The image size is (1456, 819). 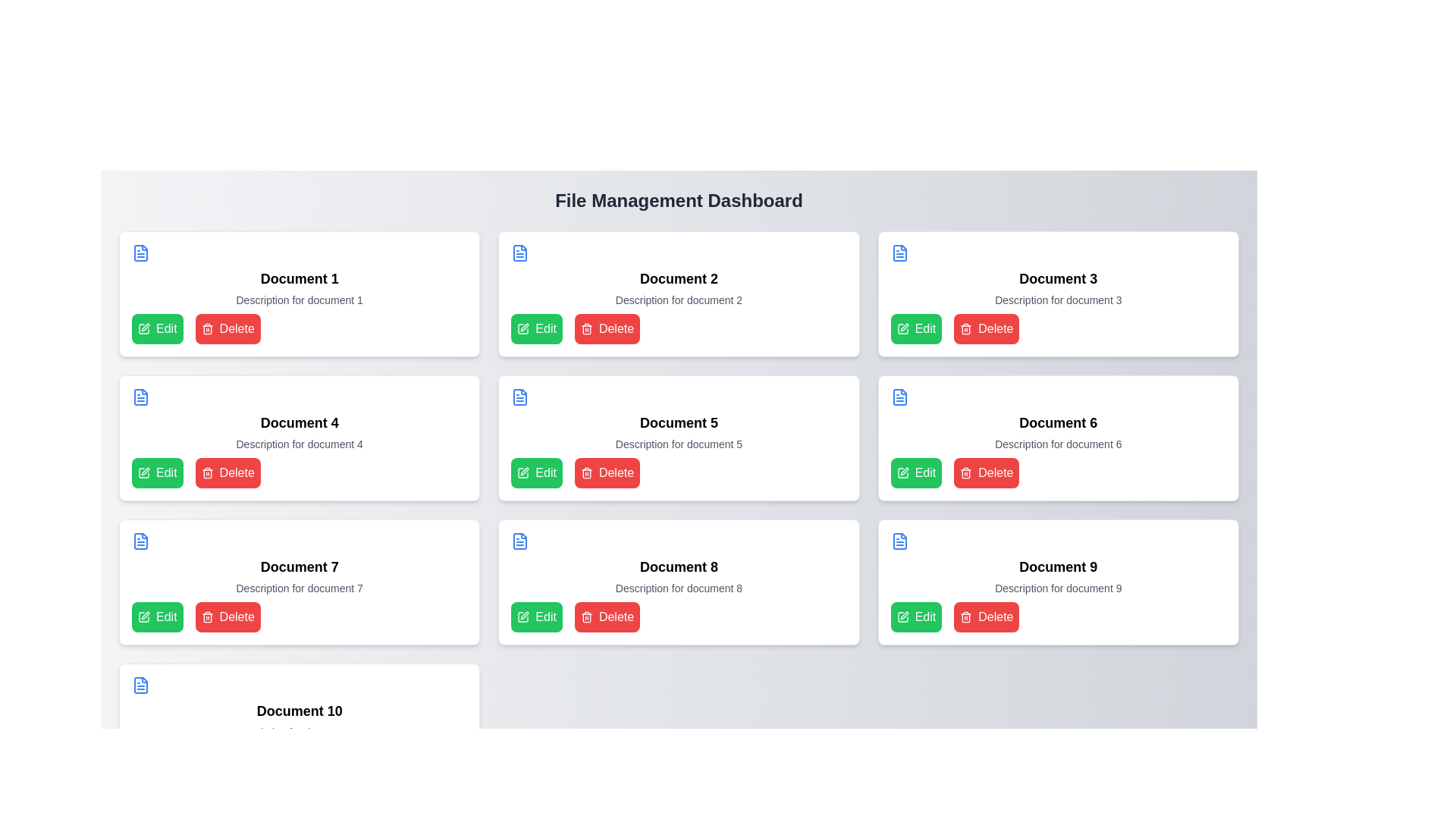 What do you see at coordinates (520, 397) in the screenshot?
I see `the document icon component located in the 'Document 5' card, which is the primary rectangular shape in the icon's construction` at bounding box center [520, 397].